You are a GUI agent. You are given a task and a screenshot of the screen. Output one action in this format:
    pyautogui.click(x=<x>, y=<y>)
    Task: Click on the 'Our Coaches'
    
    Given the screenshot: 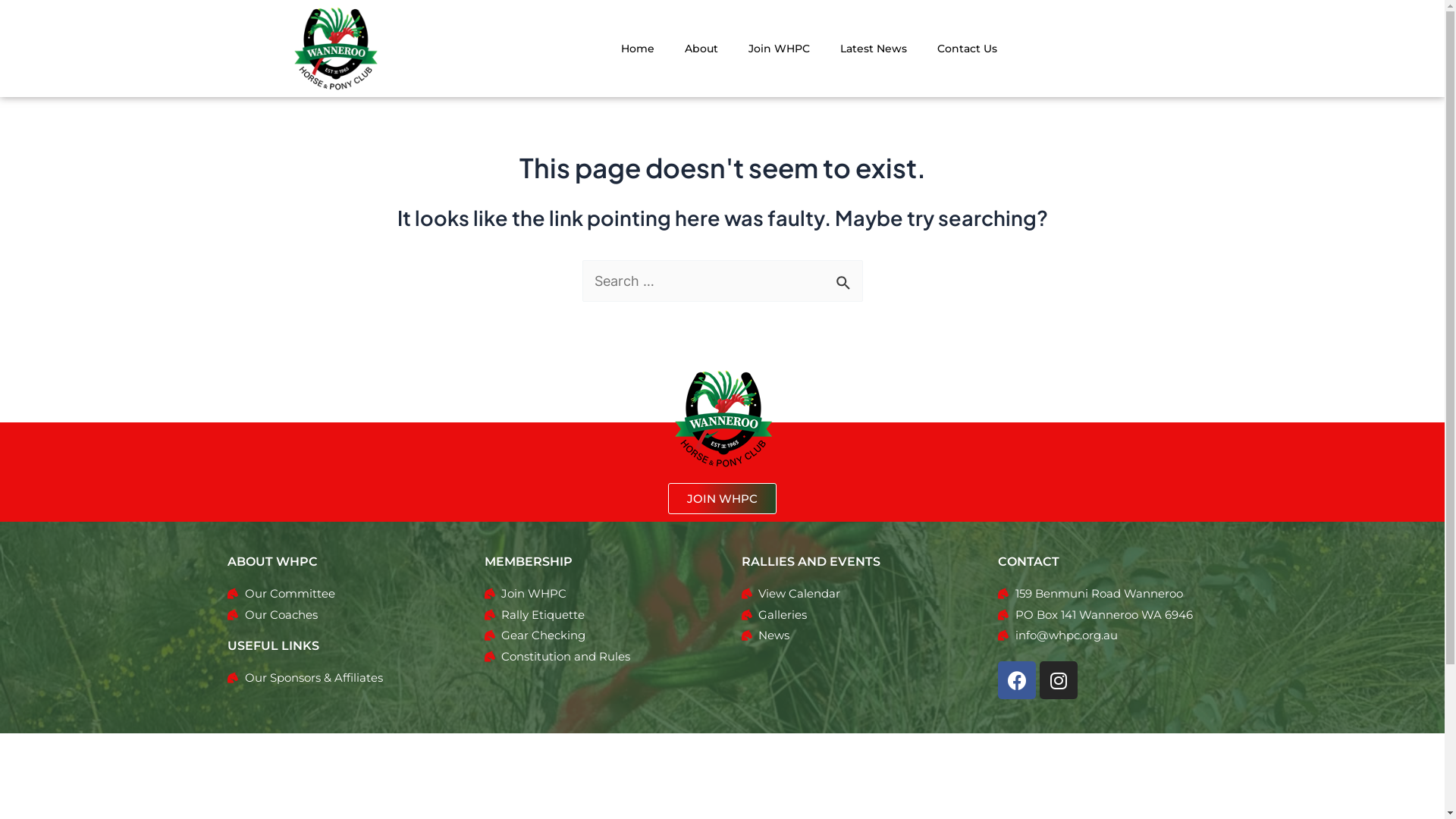 What is the action you would take?
    pyautogui.click(x=226, y=614)
    